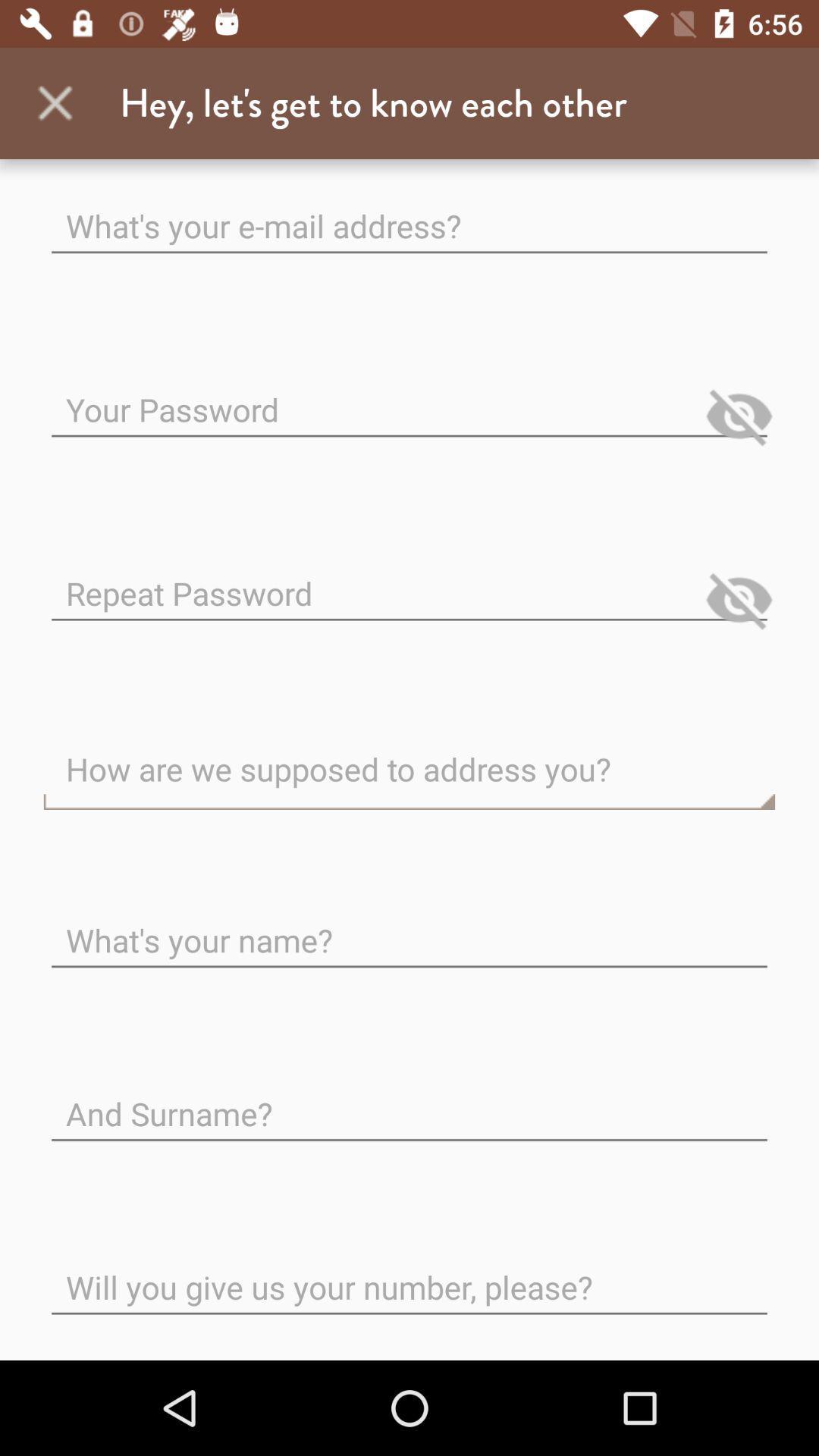 Image resolution: width=819 pixels, height=1456 pixels. Describe the element at coordinates (409, 213) in the screenshot. I see `e-mail address` at that location.